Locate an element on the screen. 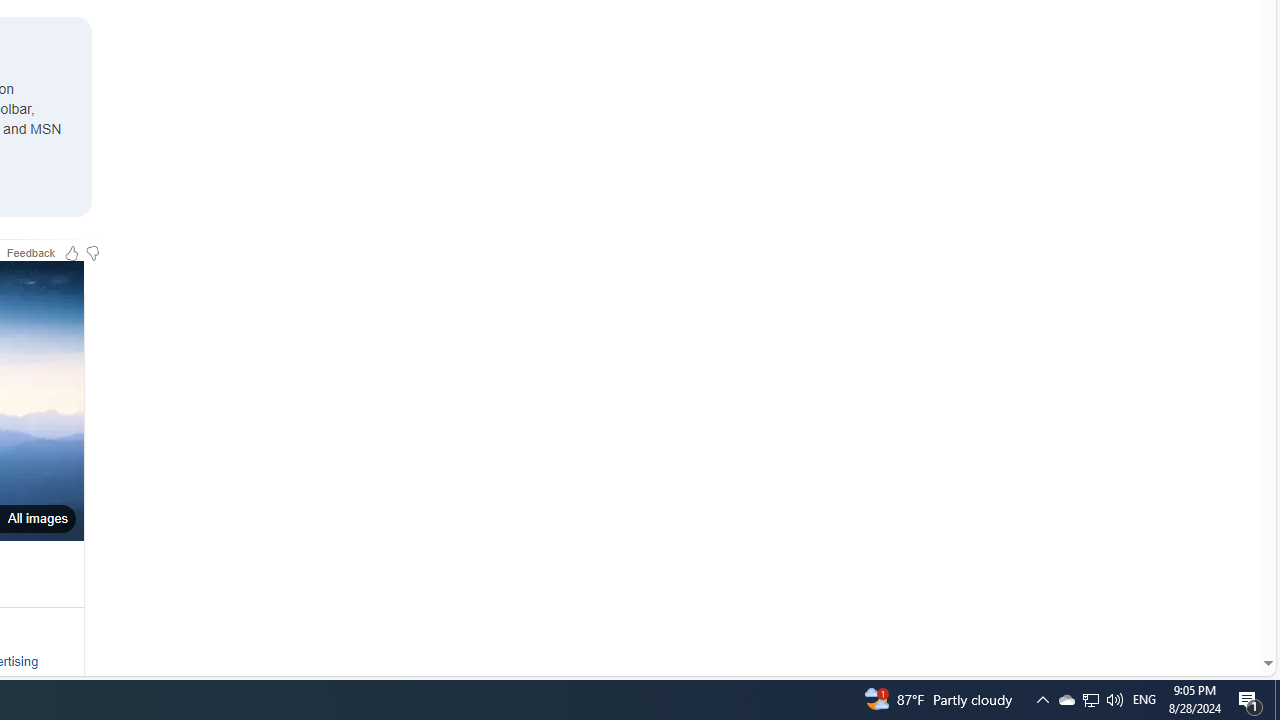 The height and width of the screenshot is (720, 1280). 'AutomationID: mfa_root' is located at coordinates (1192, 602).